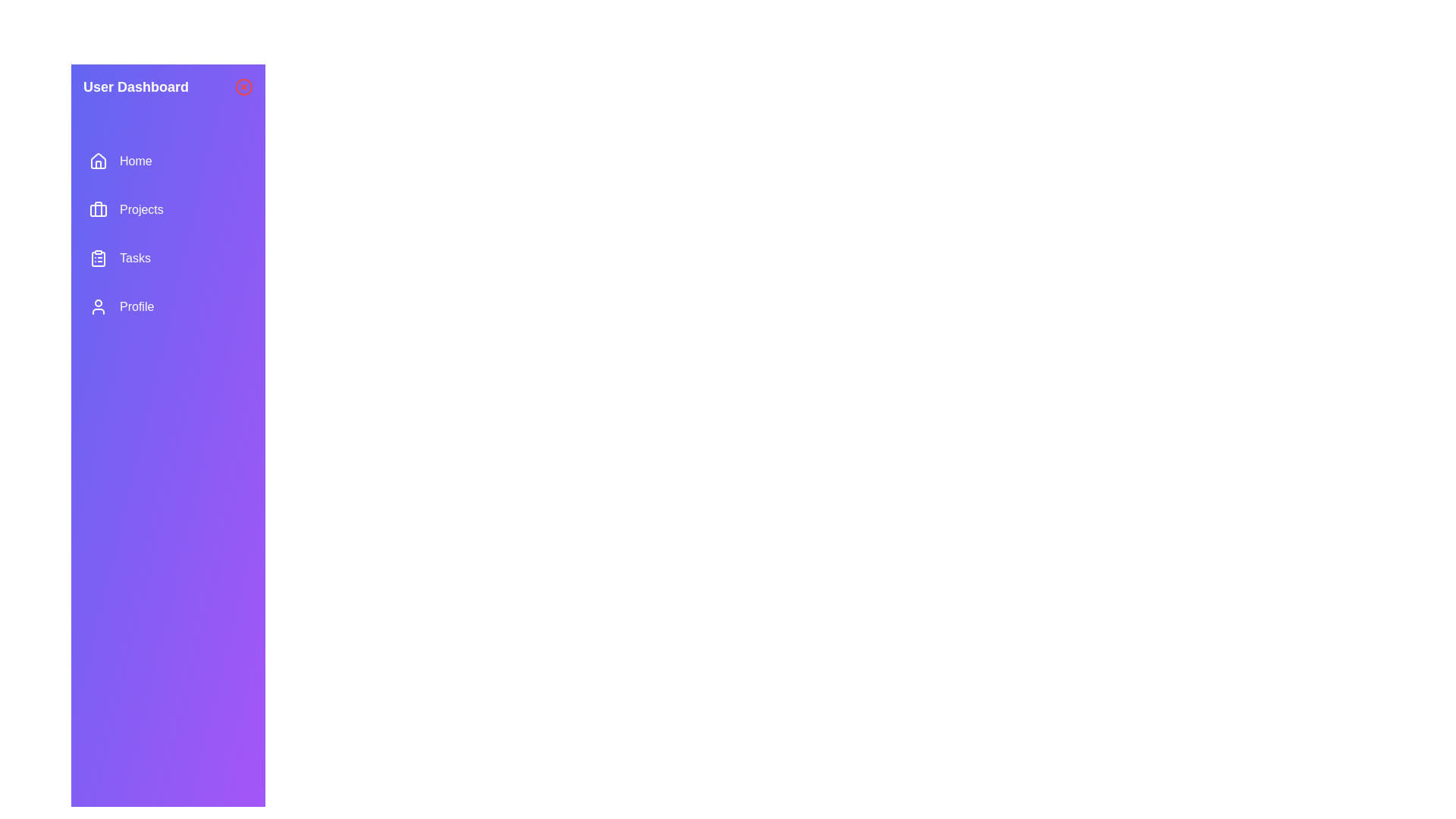 The height and width of the screenshot is (819, 1456). Describe the element at coordinates (135, 257) in the screenshot. I see `the 'Tasks' text label in the navigation menu, which is positioned between the 'Projects' and 'Profile' labels, and aligned with the clipboard icon` at that location.